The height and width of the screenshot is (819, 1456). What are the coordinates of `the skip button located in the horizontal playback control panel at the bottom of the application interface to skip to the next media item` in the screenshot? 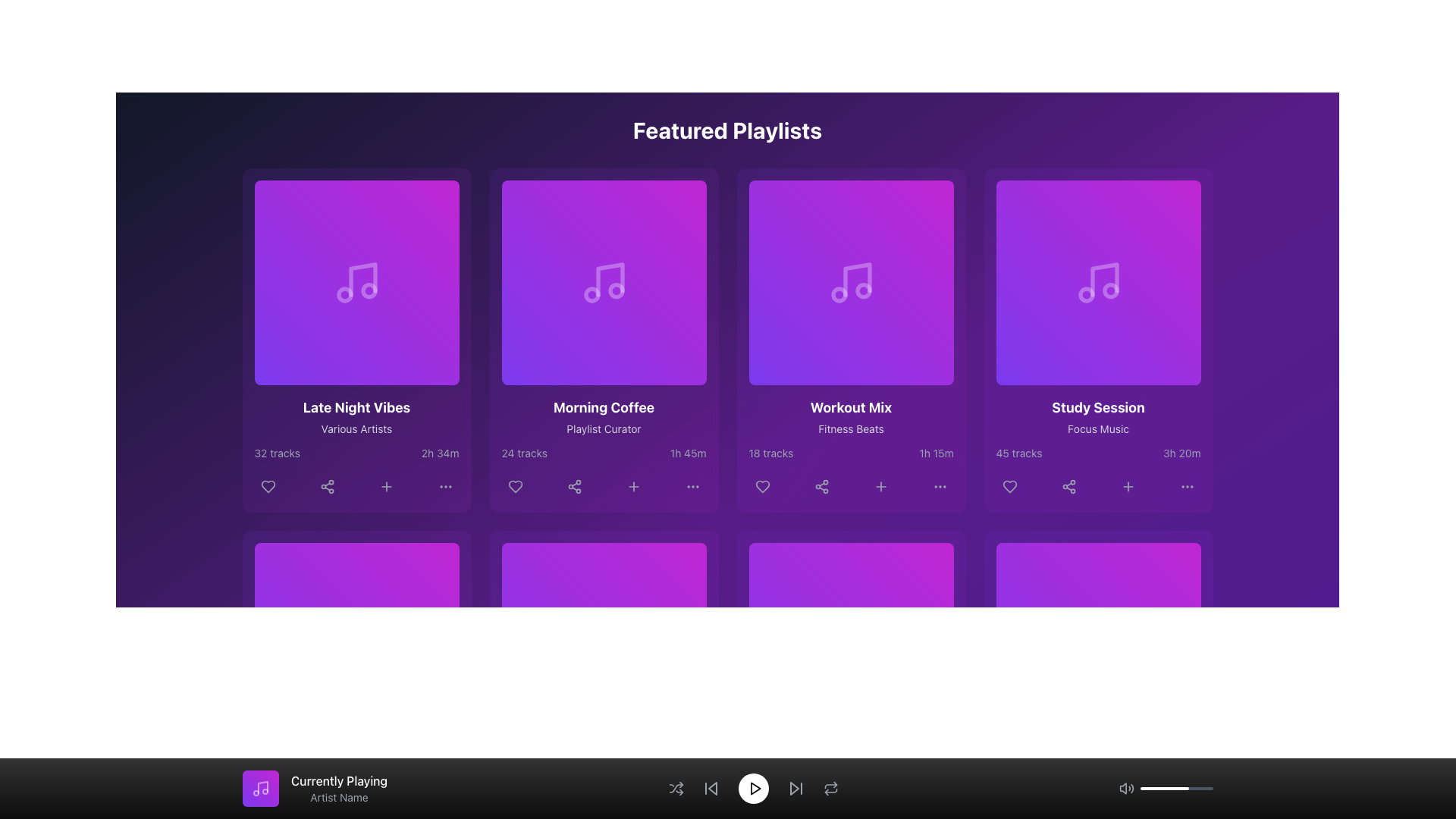 It's located at (795, 788).